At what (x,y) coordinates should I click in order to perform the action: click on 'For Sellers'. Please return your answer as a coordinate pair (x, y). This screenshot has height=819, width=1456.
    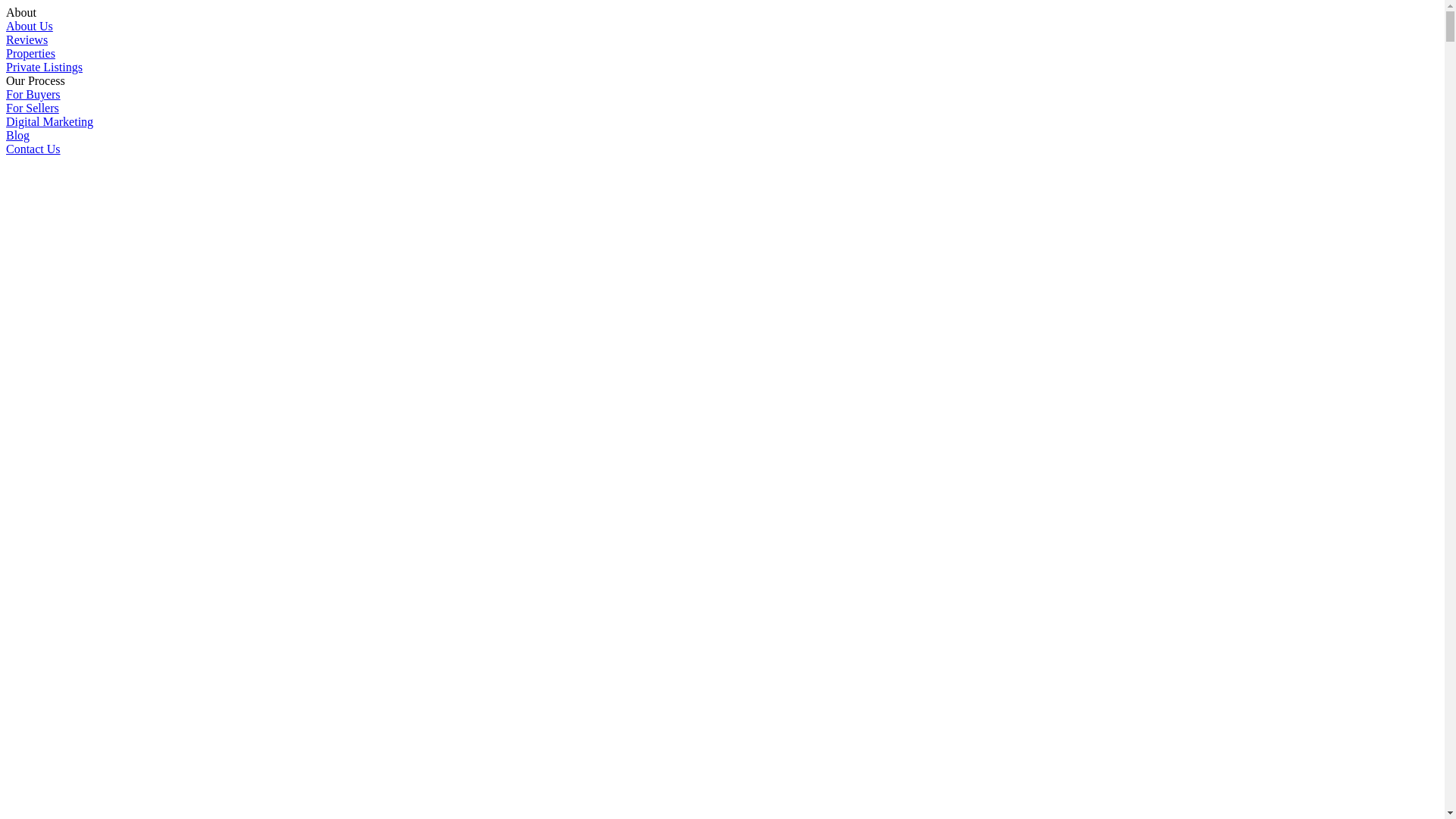
    Looking at the image, I should click on (33, 107).